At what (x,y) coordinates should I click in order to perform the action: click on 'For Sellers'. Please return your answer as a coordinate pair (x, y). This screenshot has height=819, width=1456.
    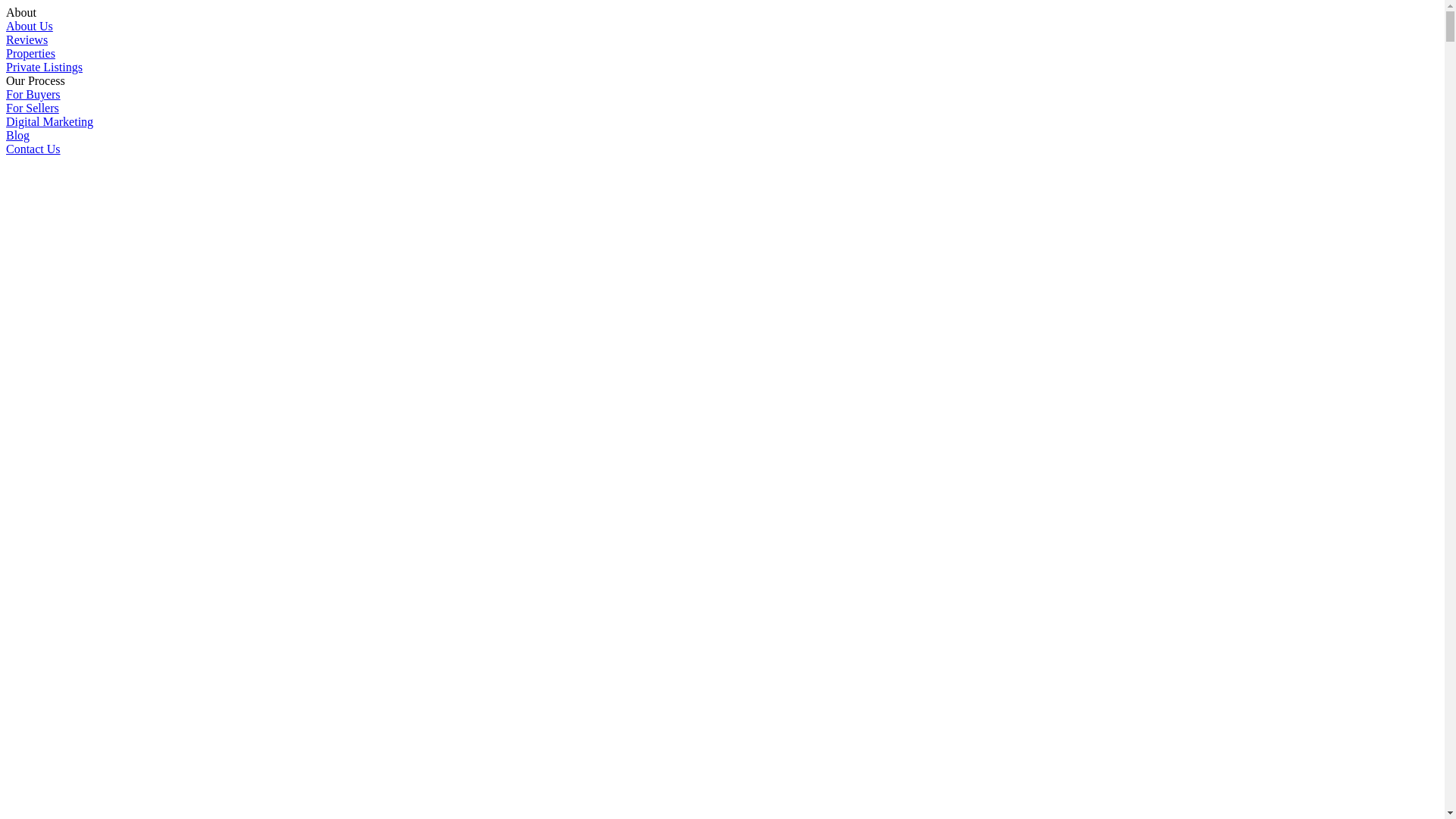
    Looking at the image, I should click on (33, 107).